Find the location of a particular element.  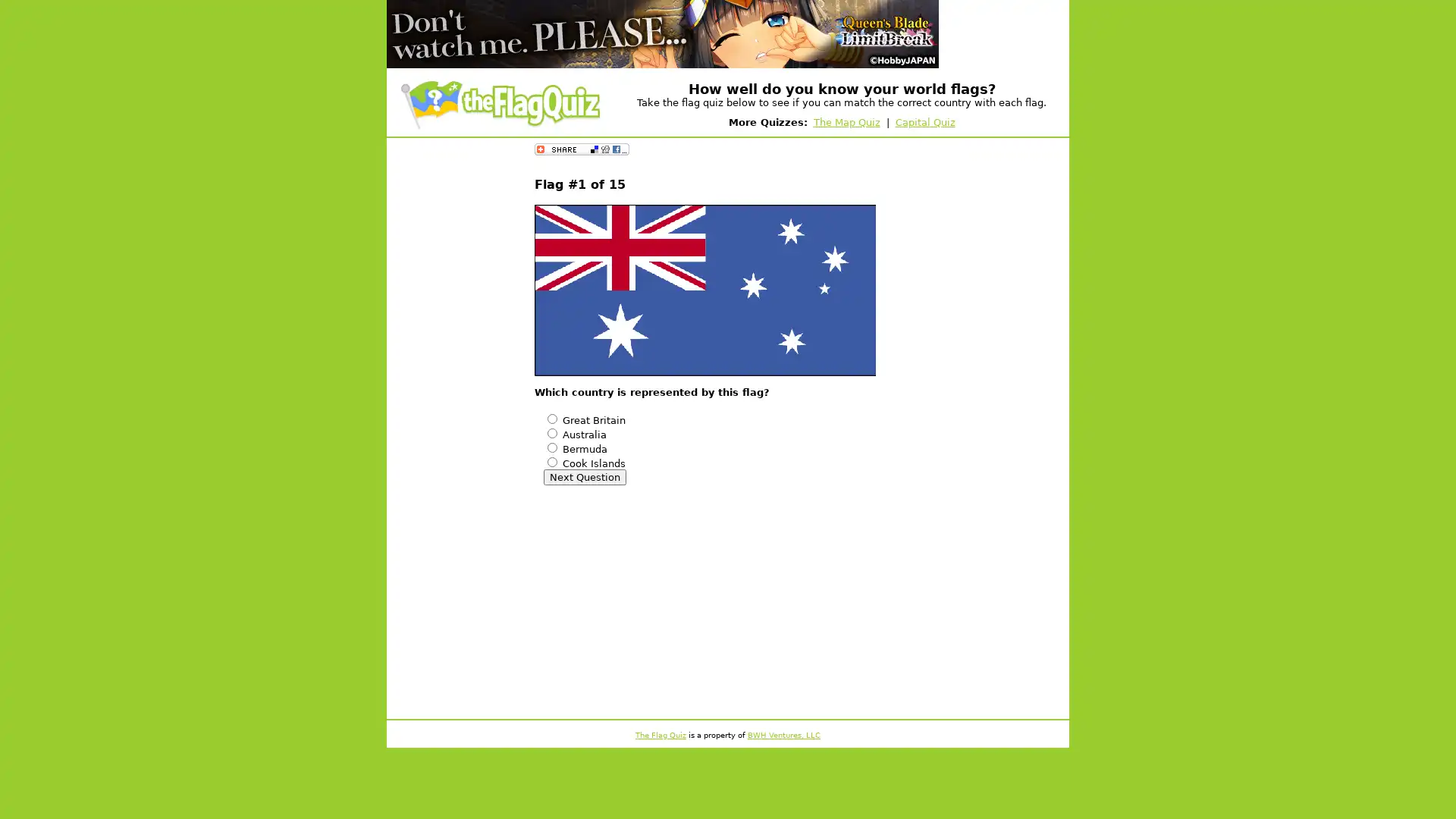

Next Question is located at coordinates (584, 476).